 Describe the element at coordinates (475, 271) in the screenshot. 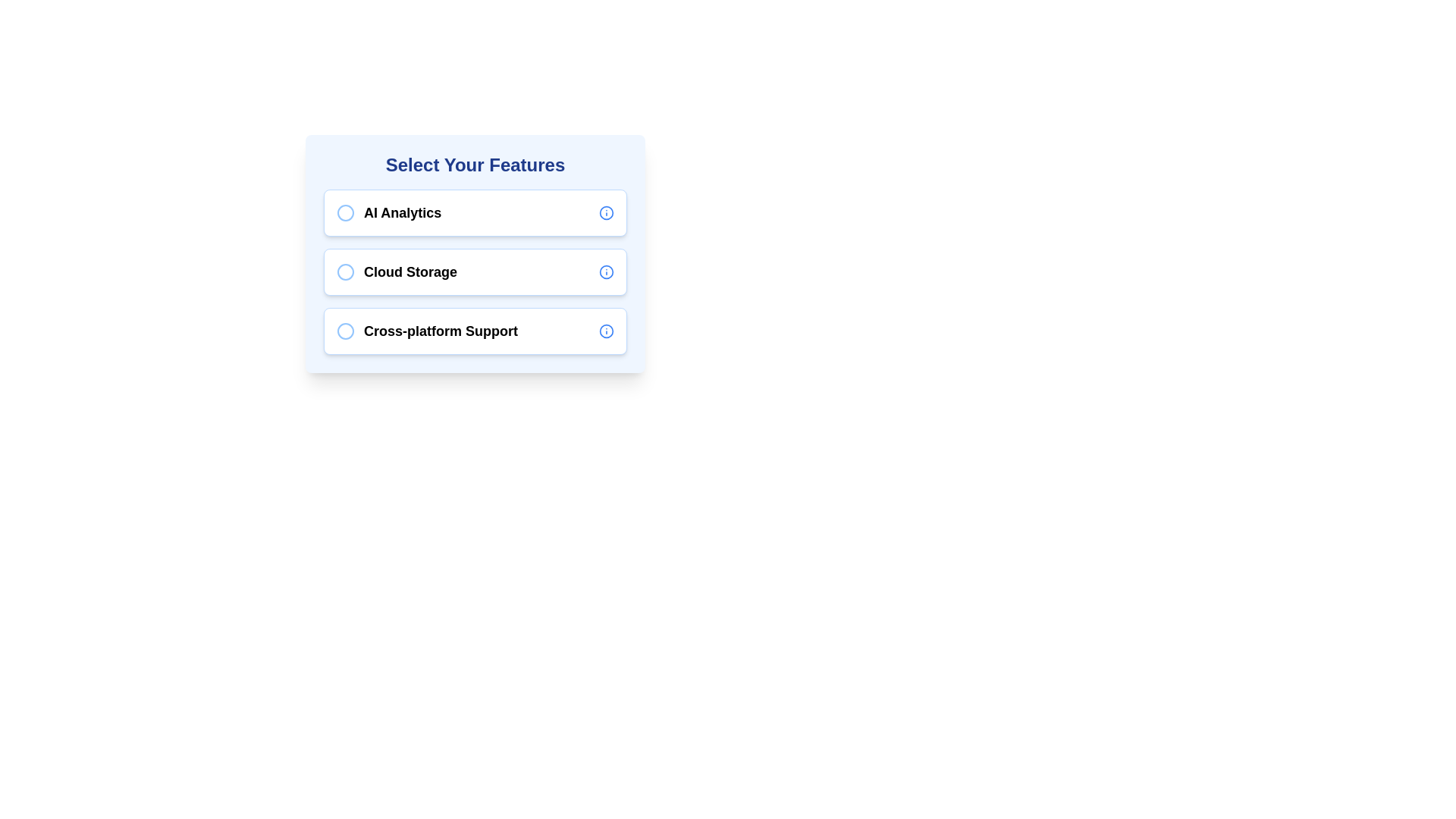

I see `the left circle of the second selectable item card in the 'Select Your Features' list` at that location.